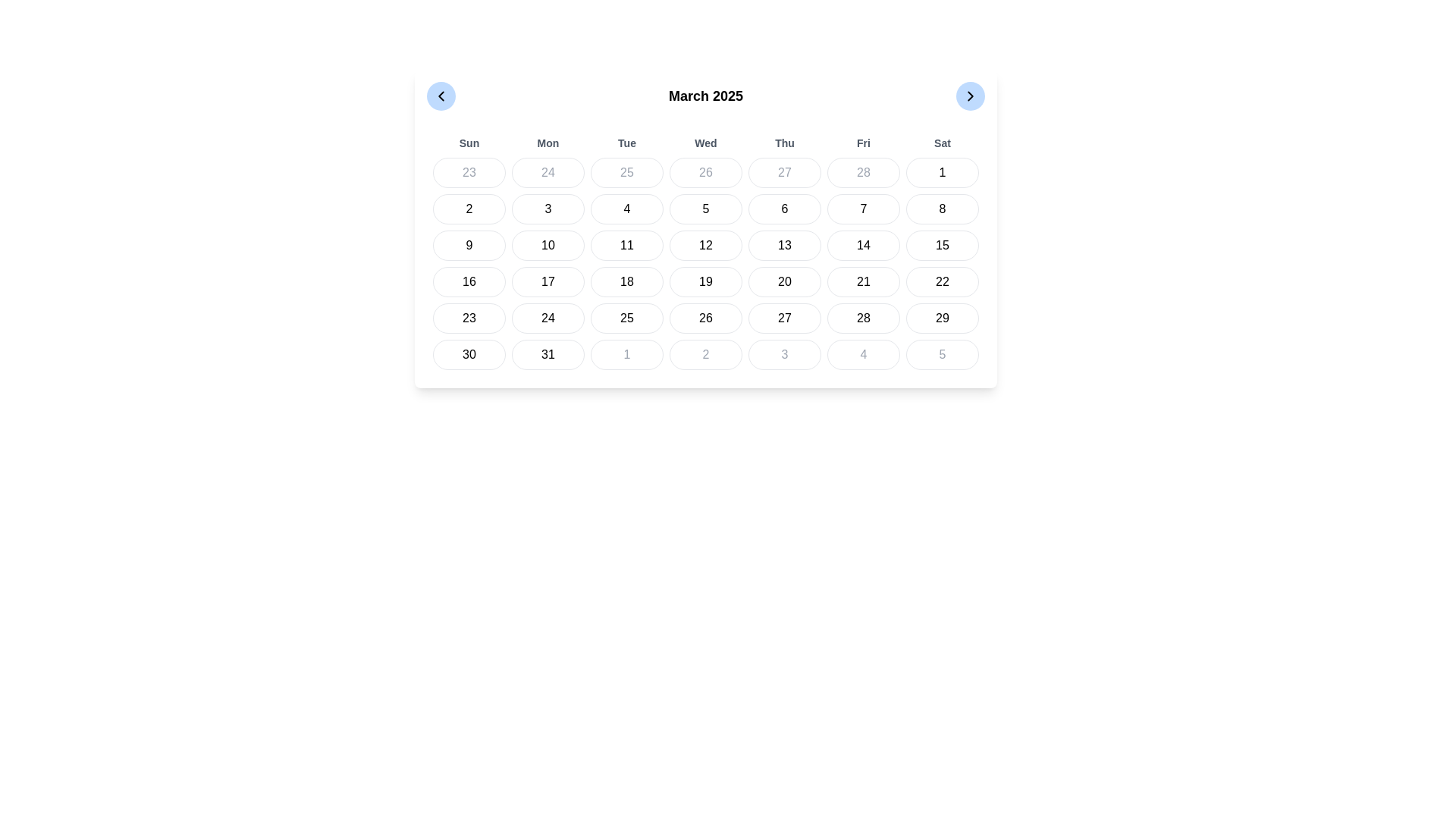 The height and width of the screenshot is (819, 1456). I want to click on the button representing the 3rd day of the month, so click(548, 209).